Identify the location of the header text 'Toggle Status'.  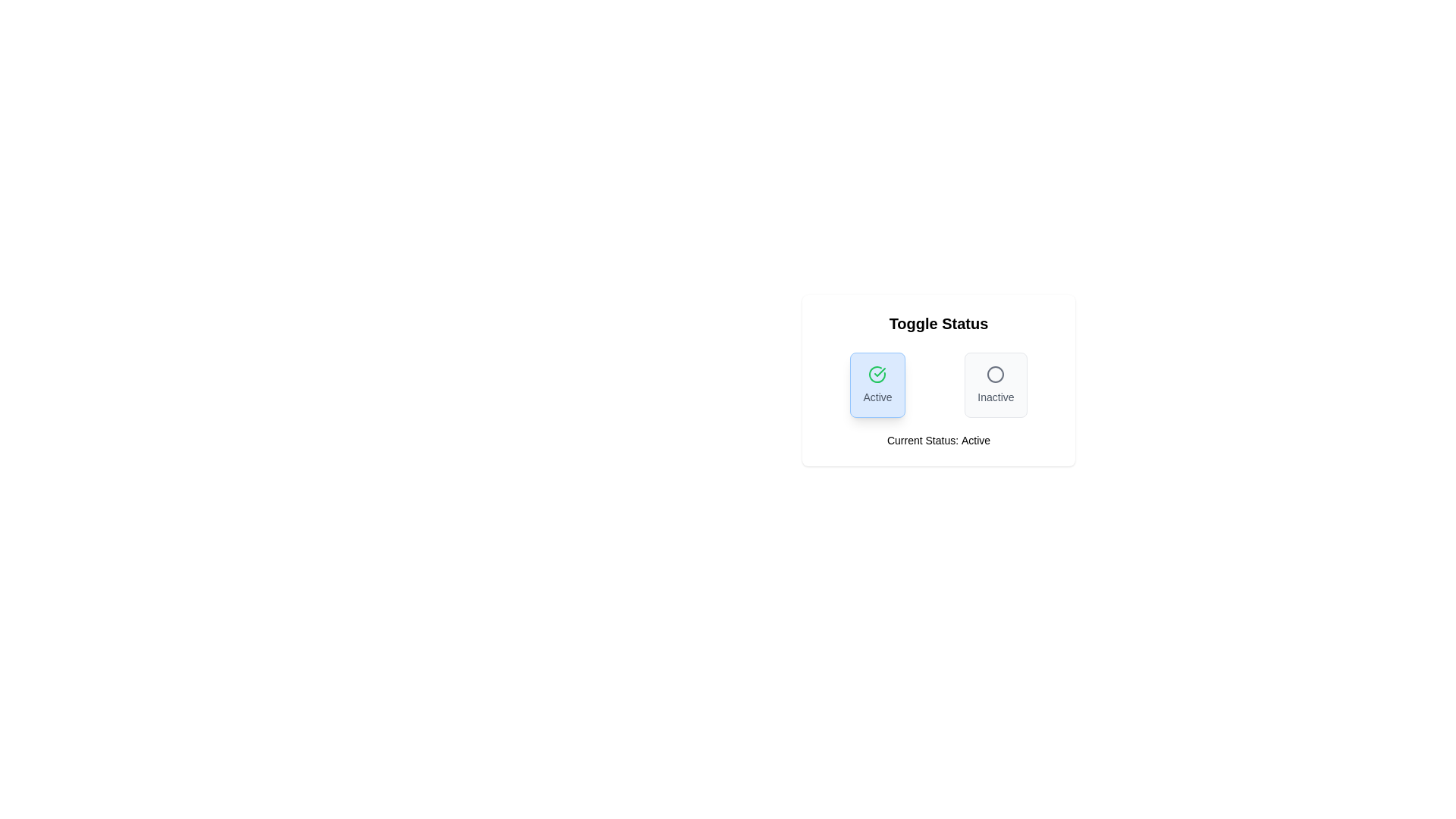
(938, 323).